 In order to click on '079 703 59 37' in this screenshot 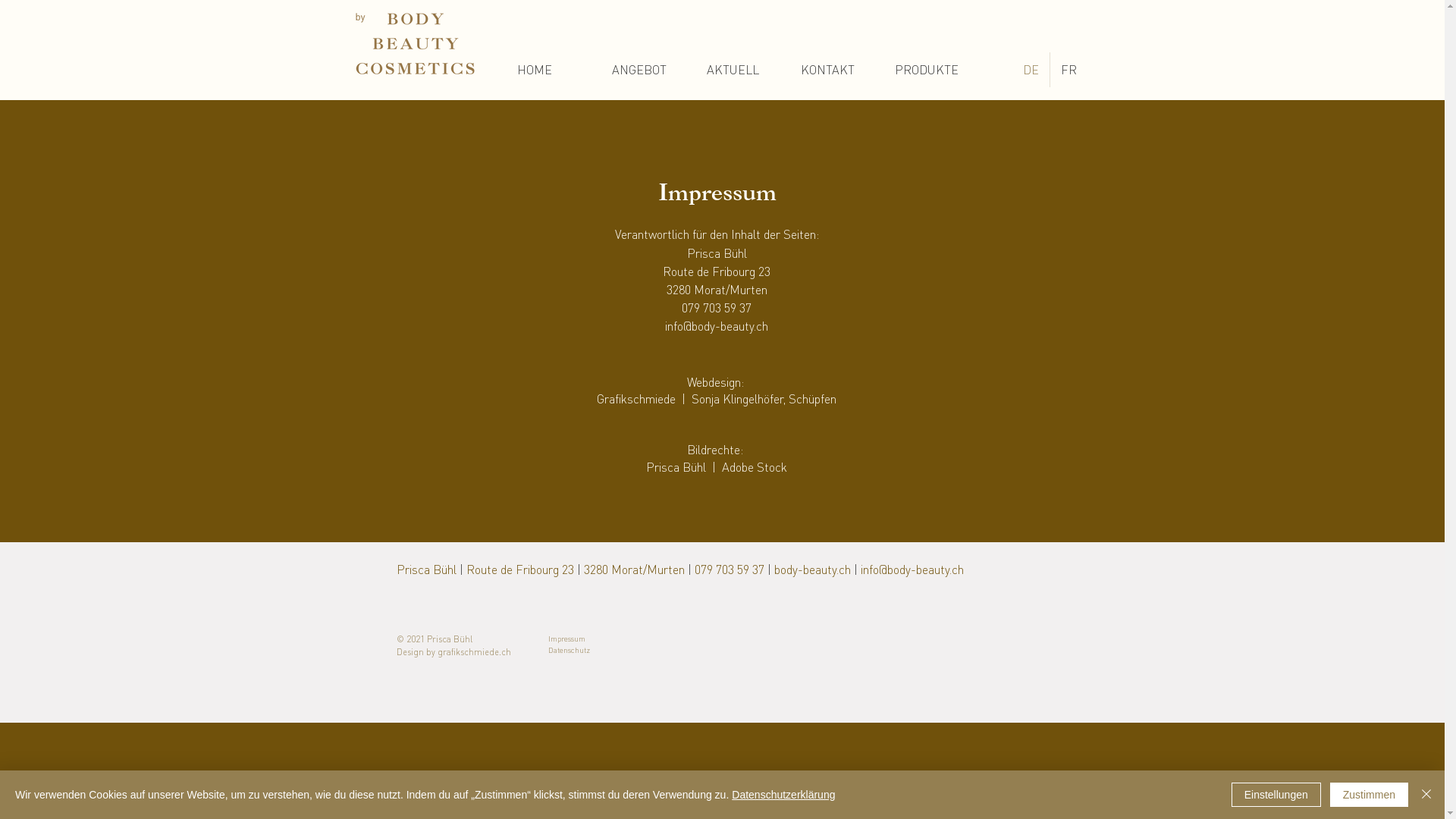, I will do `click(716, 307)`.